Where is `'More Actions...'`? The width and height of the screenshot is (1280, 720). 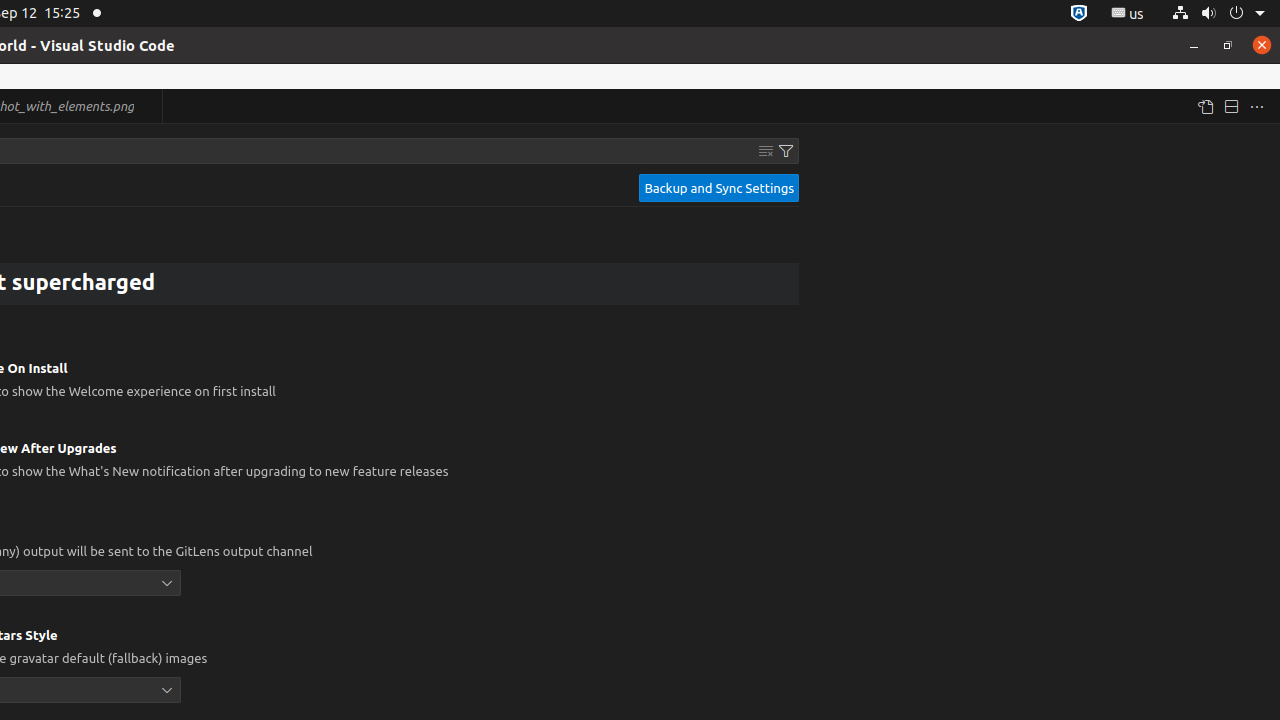 'More Actions...' is located at coordinates (1255, 106).